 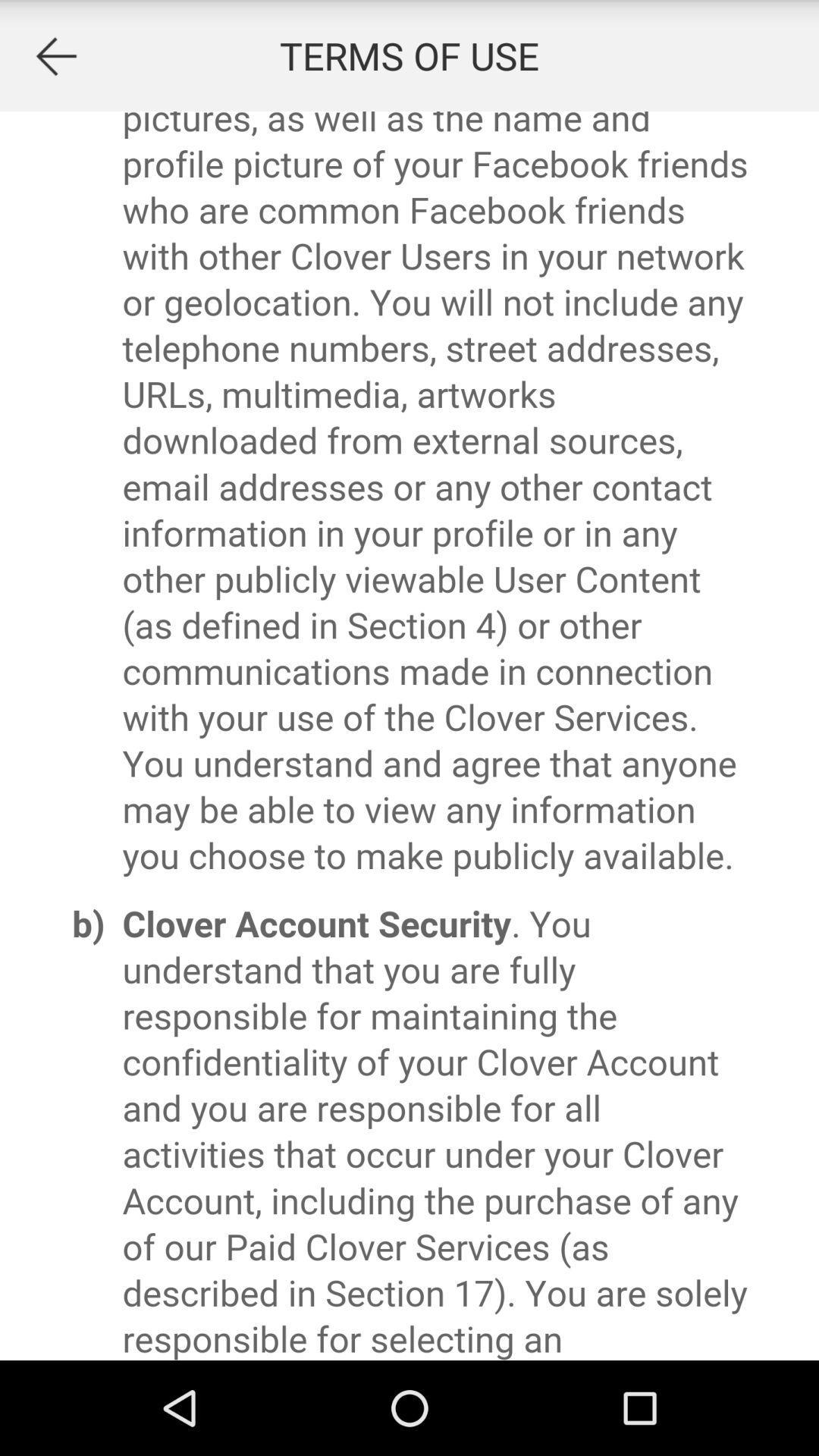 What do you see at coordinates (409, 736) in the screenshot?
I see `advertisement` at bounding box center [409, 736].